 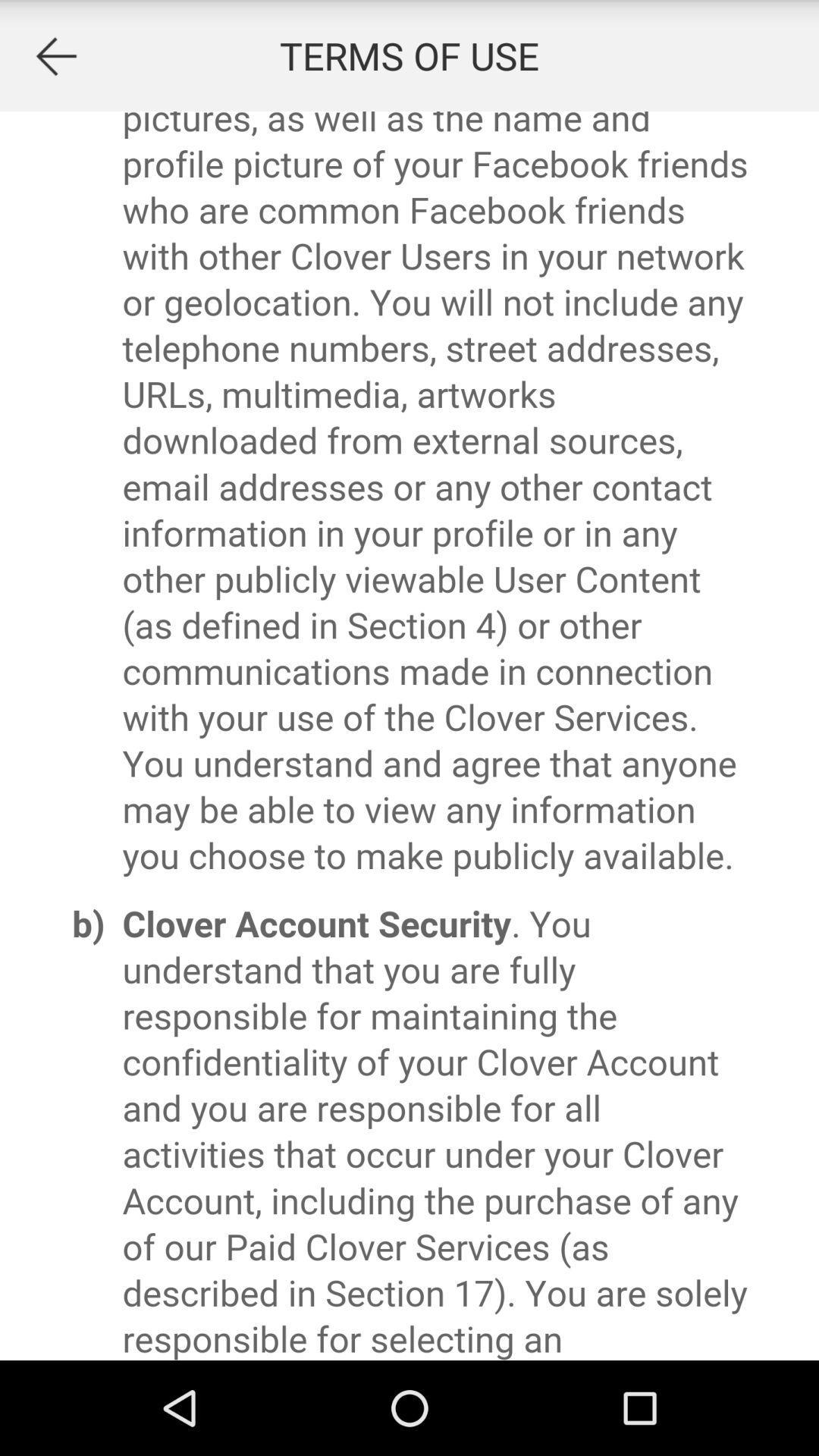 What do you see at coordinates (409, 736) in the screenshot?
I see `advertisement` at bounding box center [409, 736].